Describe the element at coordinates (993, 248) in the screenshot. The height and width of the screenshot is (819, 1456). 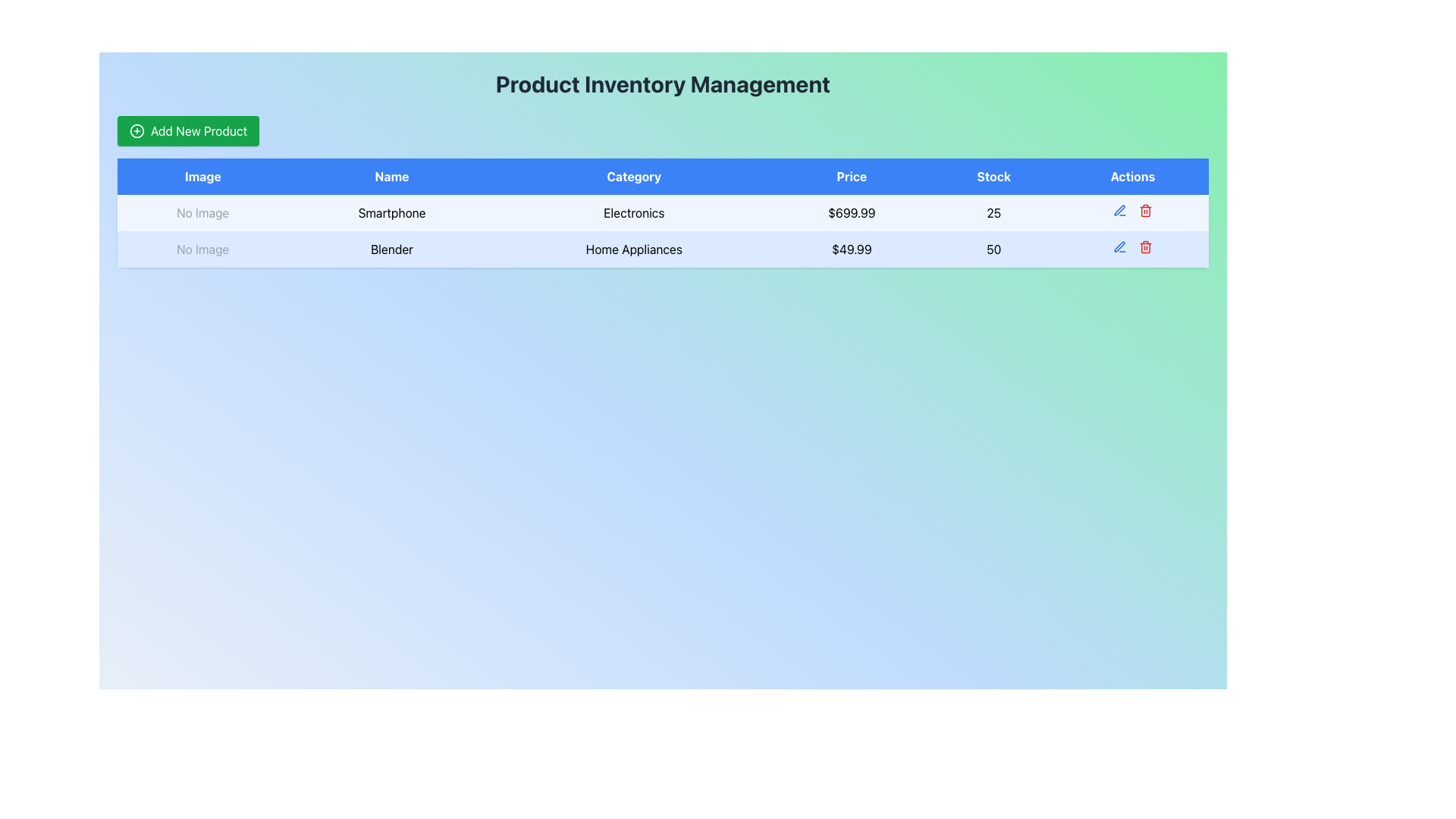
I see `the Text Label displaying the stock quantity of the 'Blender' item, located in the fifth column of the second row of the table under the 'Stock' header` at that location.